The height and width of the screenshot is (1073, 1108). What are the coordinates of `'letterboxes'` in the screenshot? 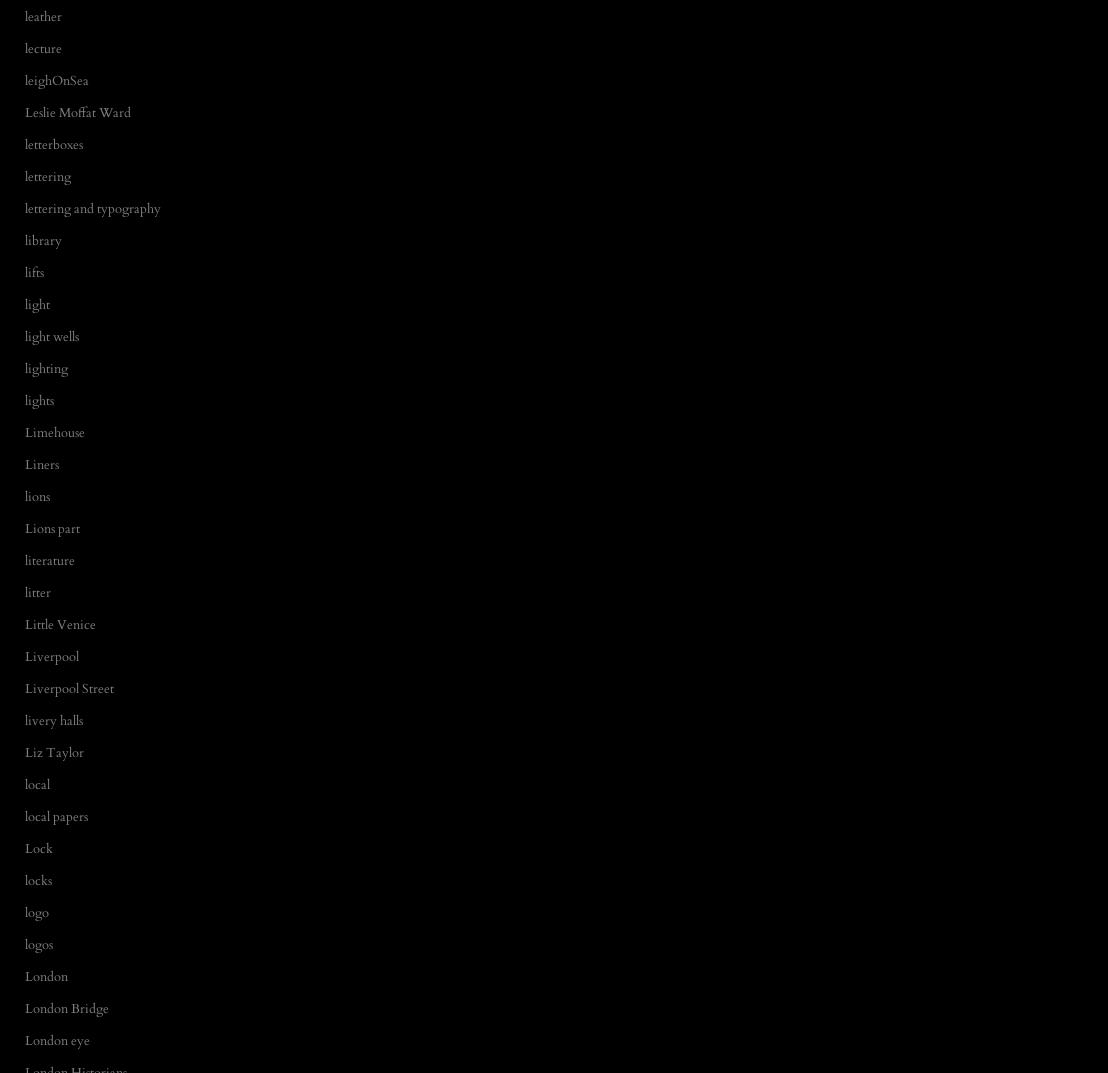 It's located at (52, 142).